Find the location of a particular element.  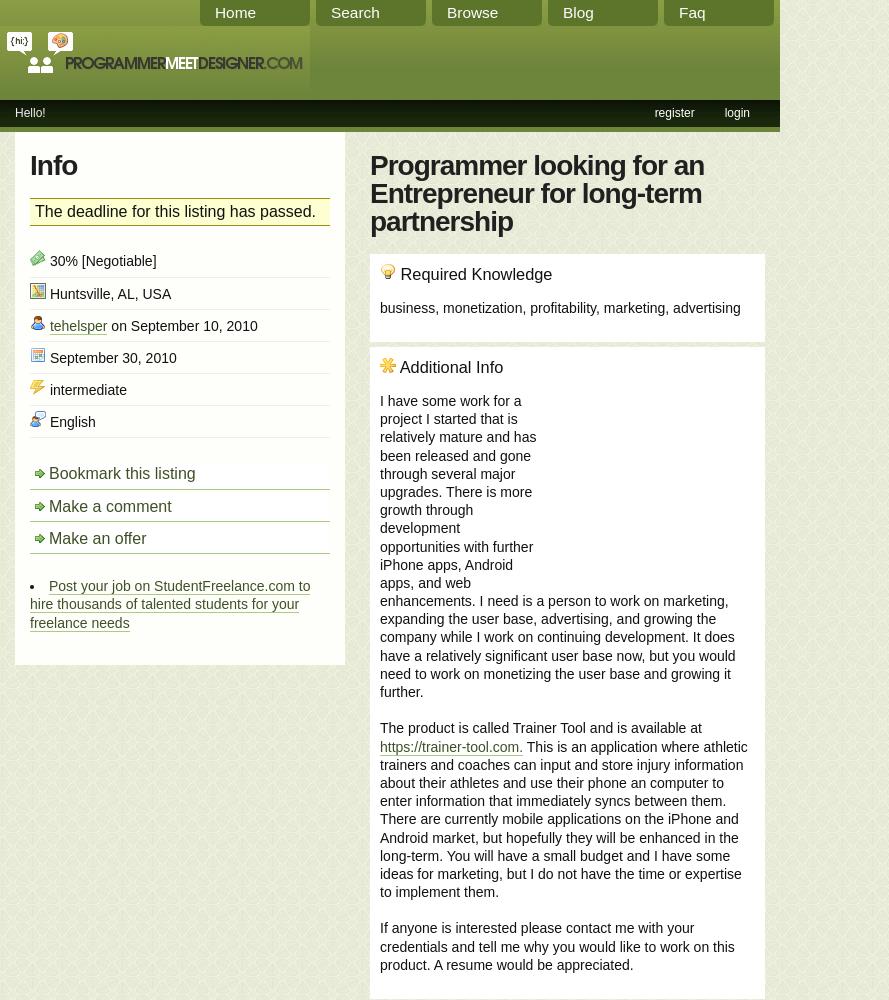

'30% [Negotiable]' is located at coordinates (99, 261).